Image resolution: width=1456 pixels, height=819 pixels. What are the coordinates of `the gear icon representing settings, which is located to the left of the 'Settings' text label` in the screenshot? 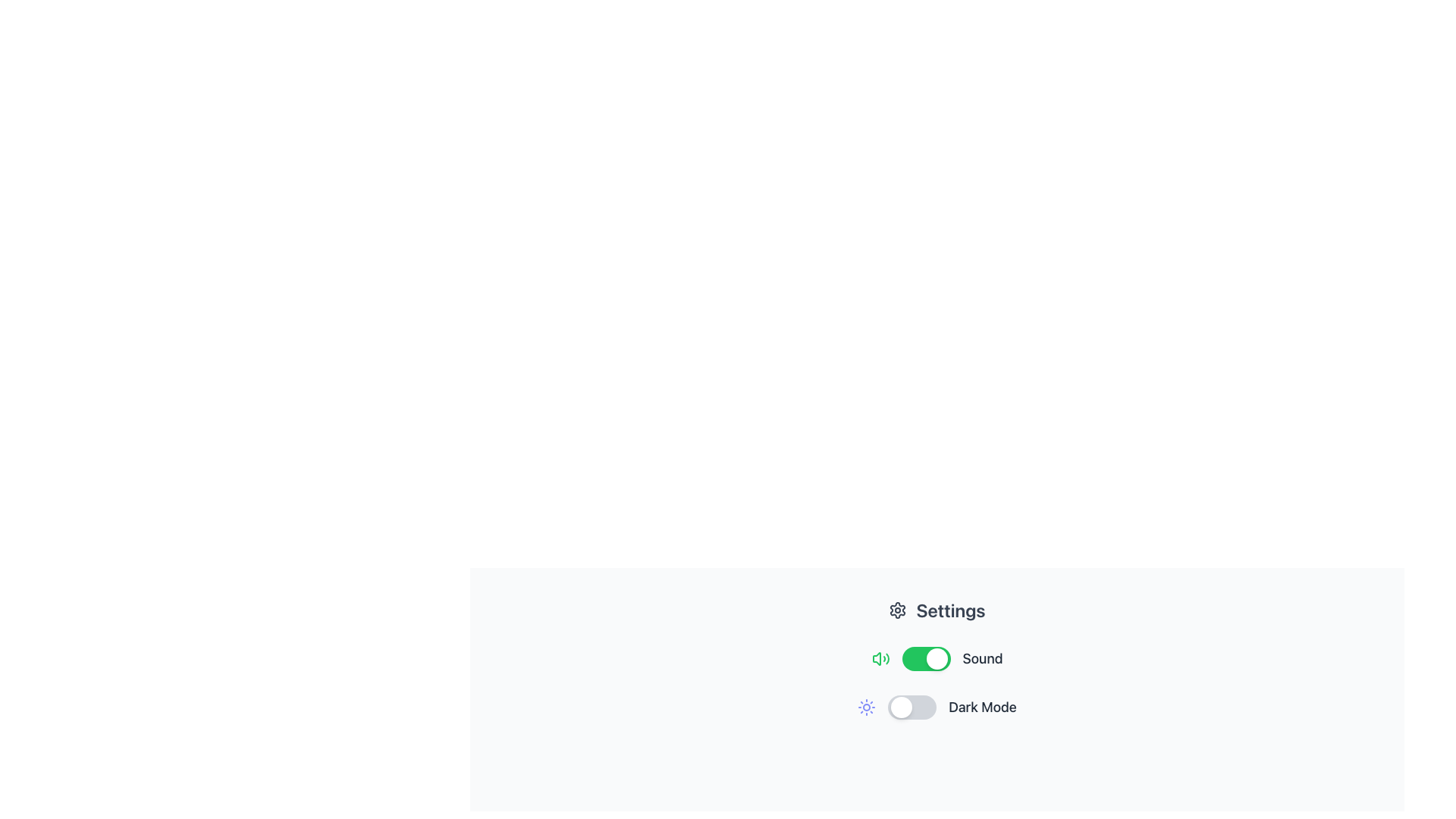 It's located at (898, 610).